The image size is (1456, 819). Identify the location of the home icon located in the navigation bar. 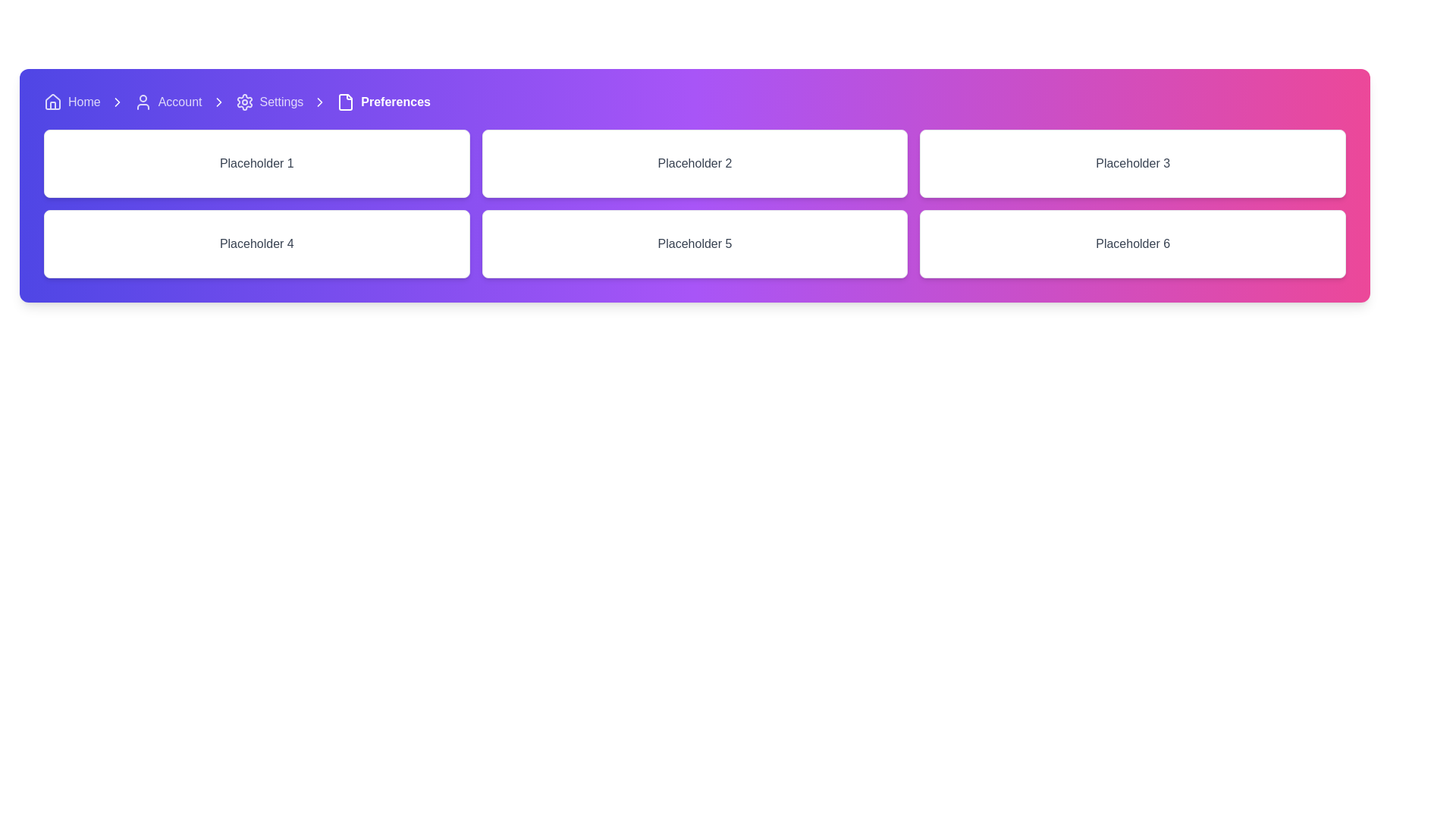
(53, 102).